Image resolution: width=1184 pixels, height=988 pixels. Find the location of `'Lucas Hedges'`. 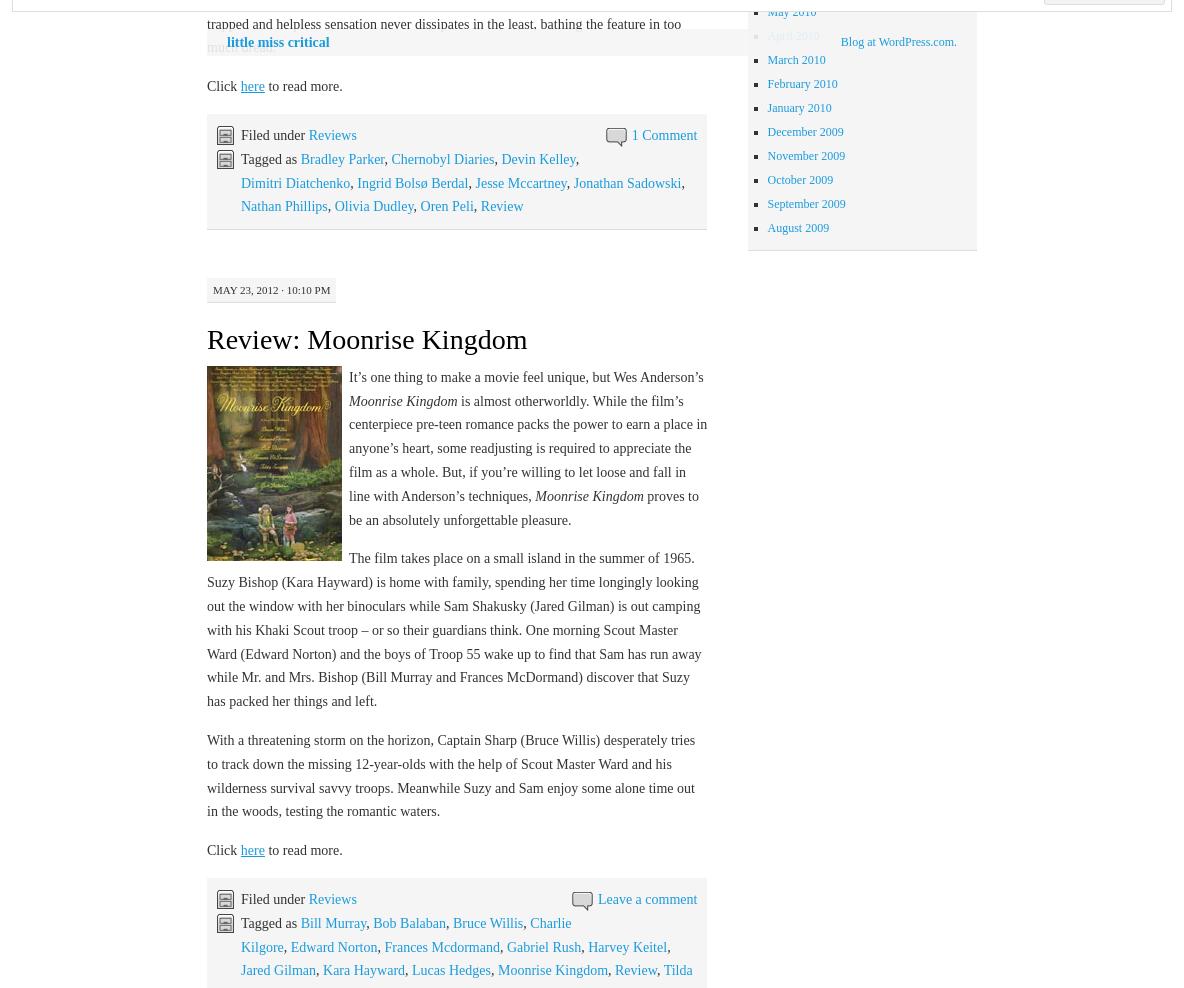

'Lucas Hedges' is located at coordinates (449, 970).